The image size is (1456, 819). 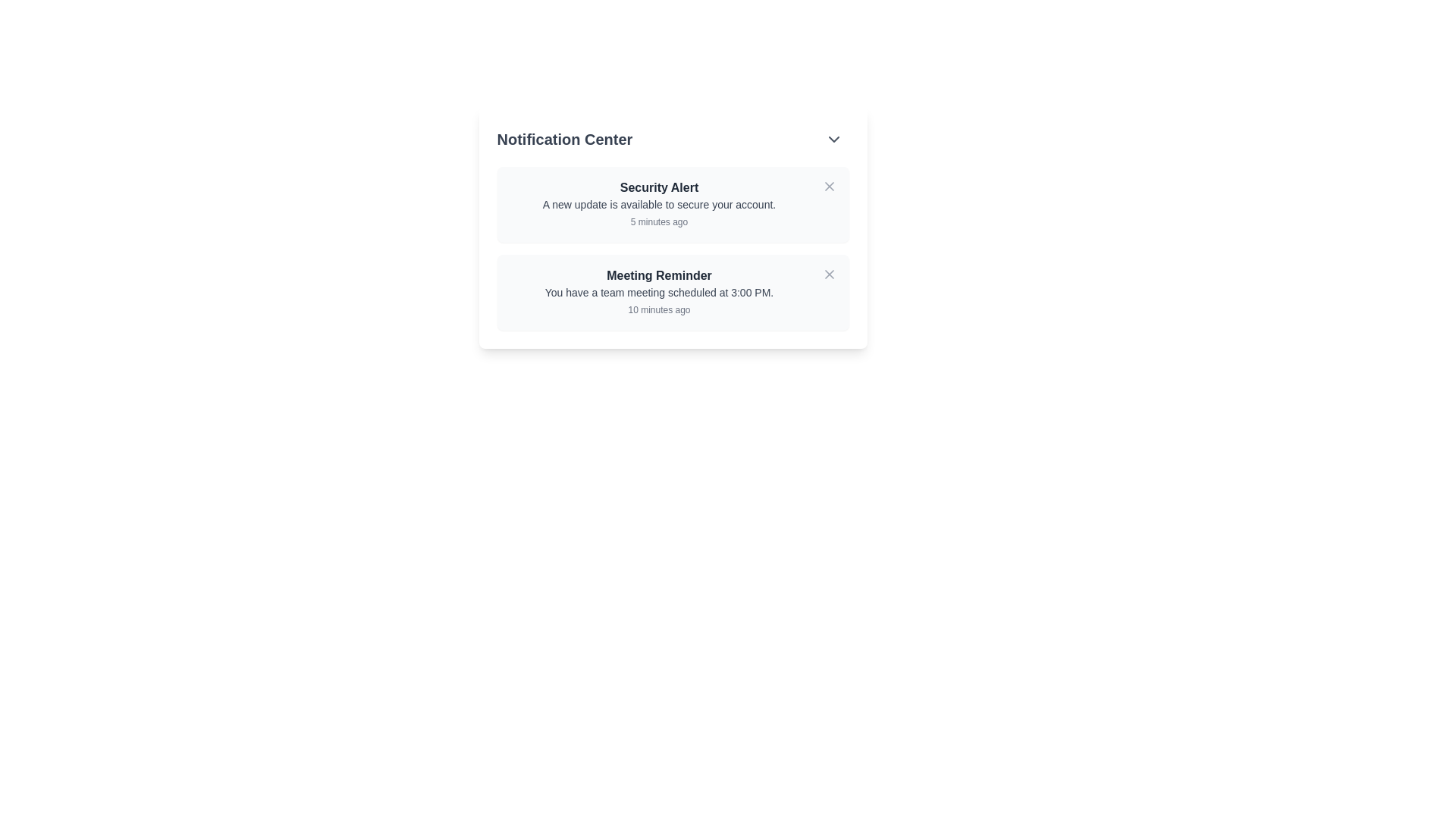 What do you see at coordinates (563, 140) in the screenshot?
I see `the text label that serves as a heading for the notifications section, located at the top left of its interface group` at bounding box center [563, 140].